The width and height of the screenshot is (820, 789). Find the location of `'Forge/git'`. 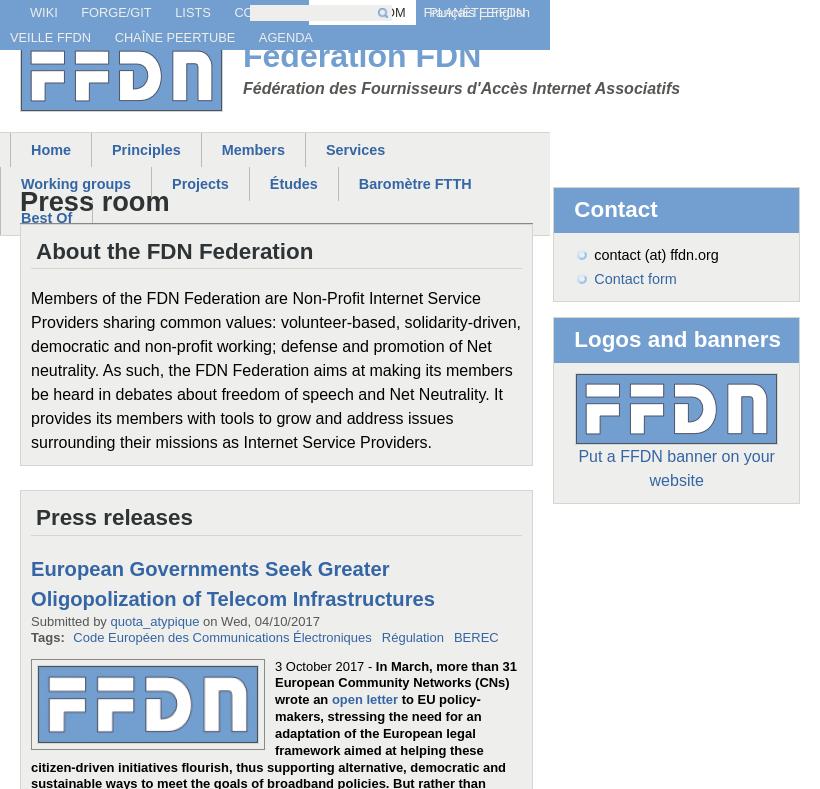

'Forge/git' is located at coordinates (115, 11).